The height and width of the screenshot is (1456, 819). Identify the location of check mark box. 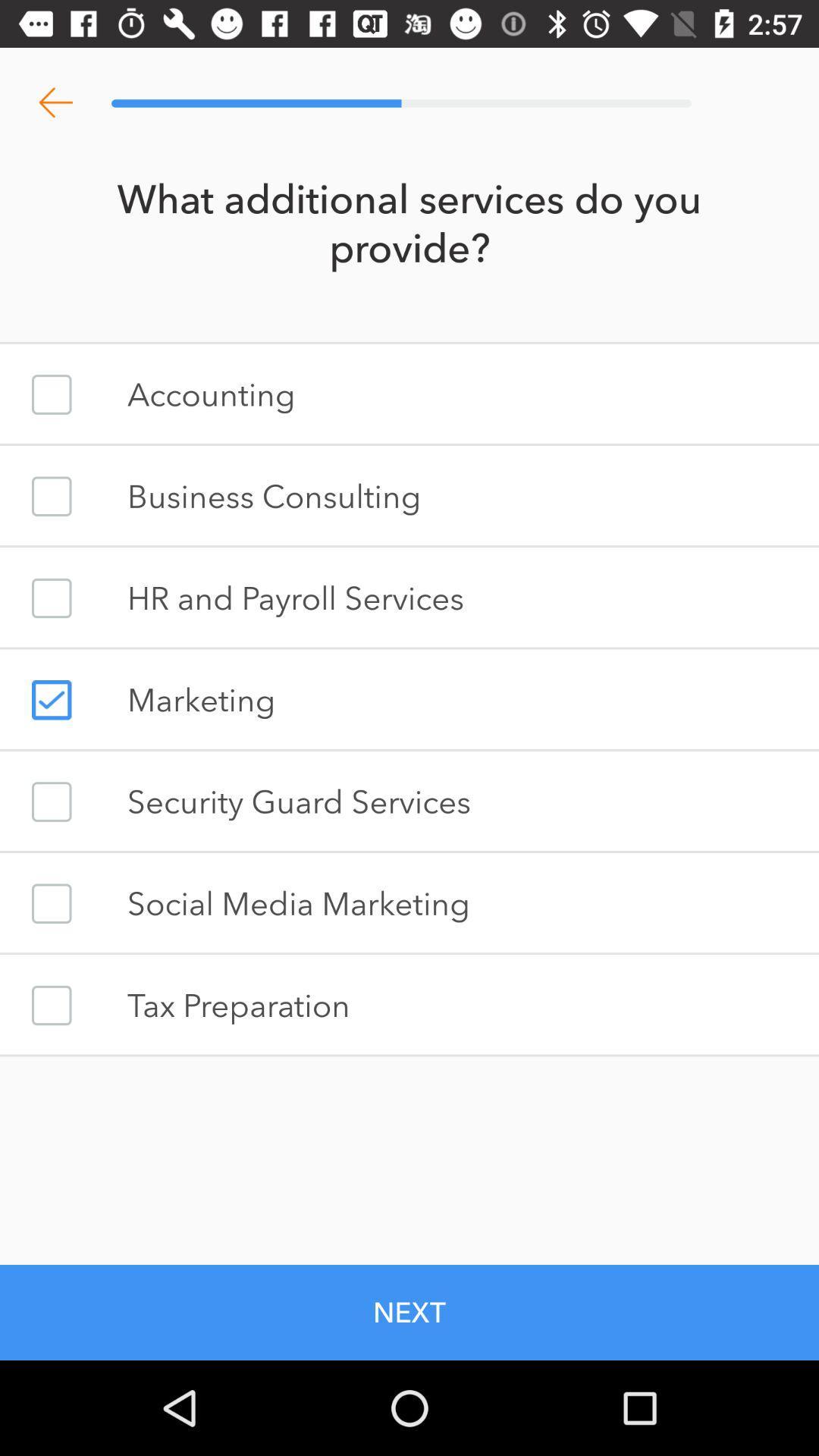
(51, 496).